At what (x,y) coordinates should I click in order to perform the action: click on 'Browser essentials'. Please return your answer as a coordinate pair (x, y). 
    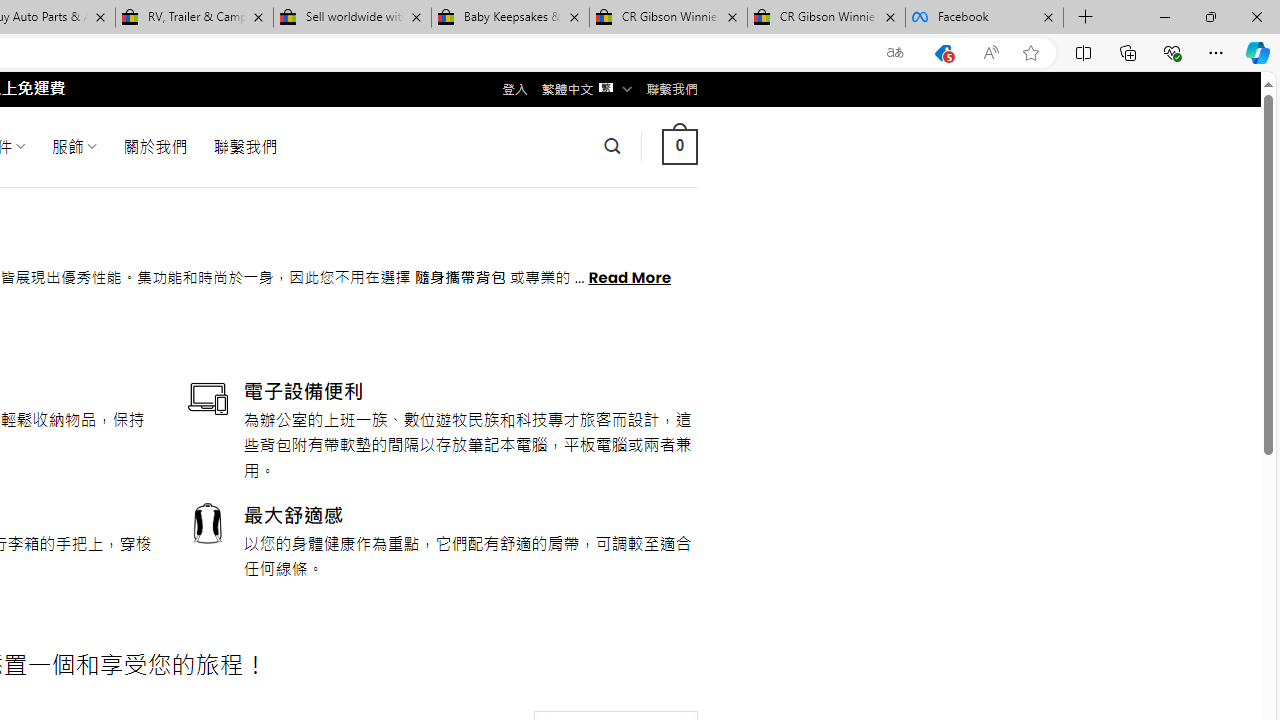
    Looking at the image, I should click on (1171, 51).